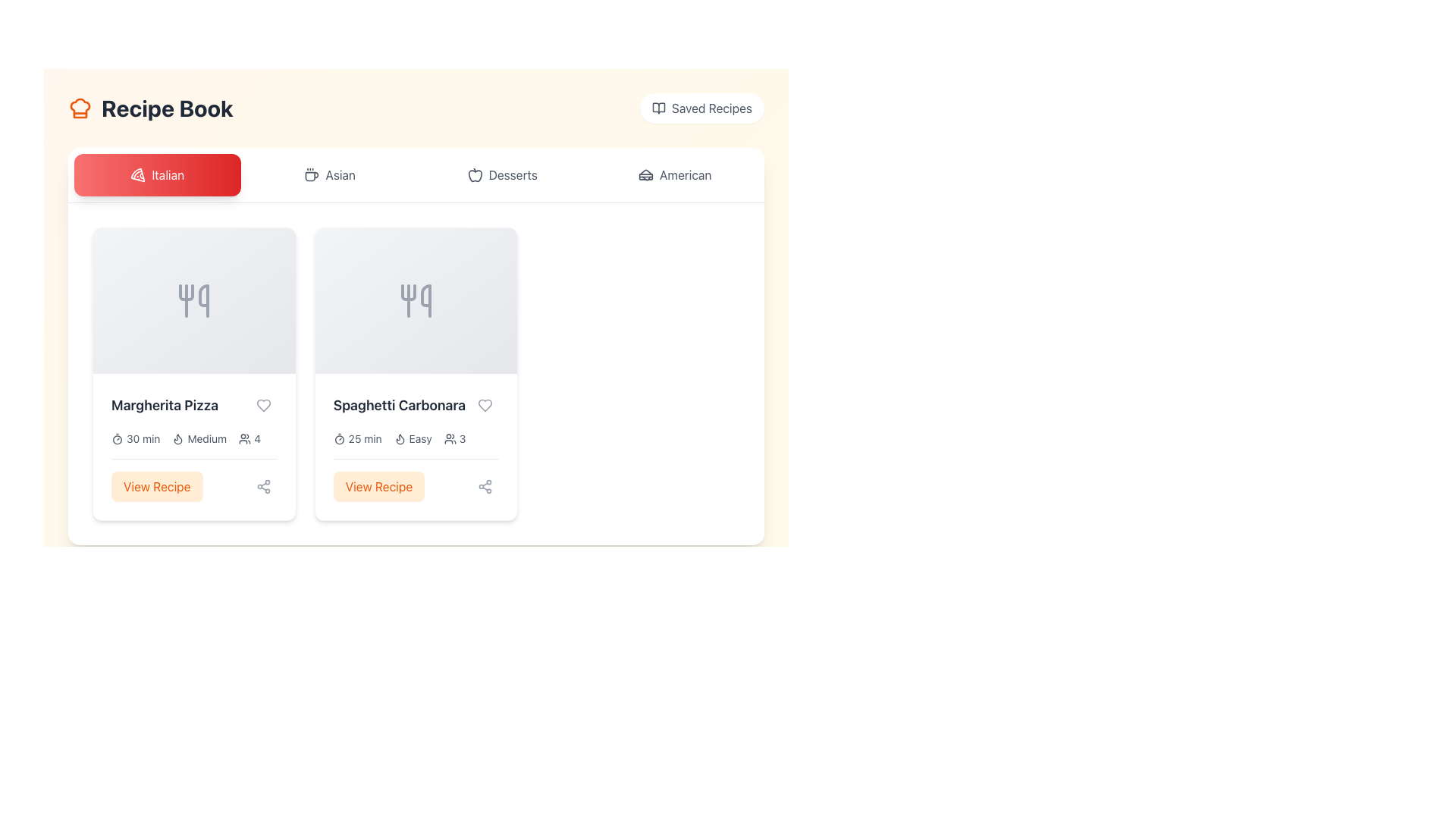  I want to click on the share icon button located at the bottom-right corner of the second card in the grid layout to change its color, so click(485, 486).